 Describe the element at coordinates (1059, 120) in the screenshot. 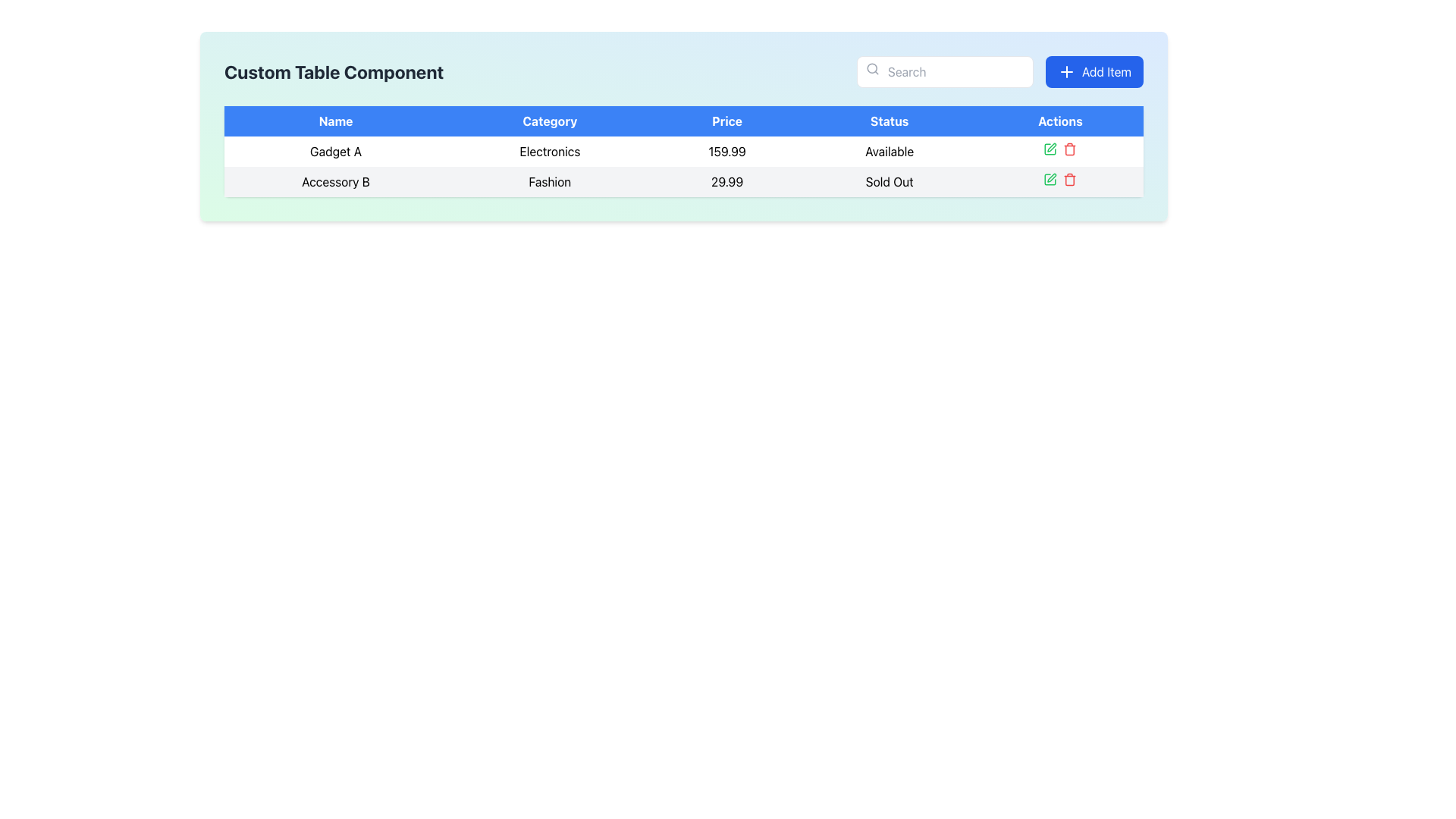

I see `the Table Header Cell labeled 'Actions' which is the fifth column in the header row of a table, rendered in bold white font on a blue background` at that location.